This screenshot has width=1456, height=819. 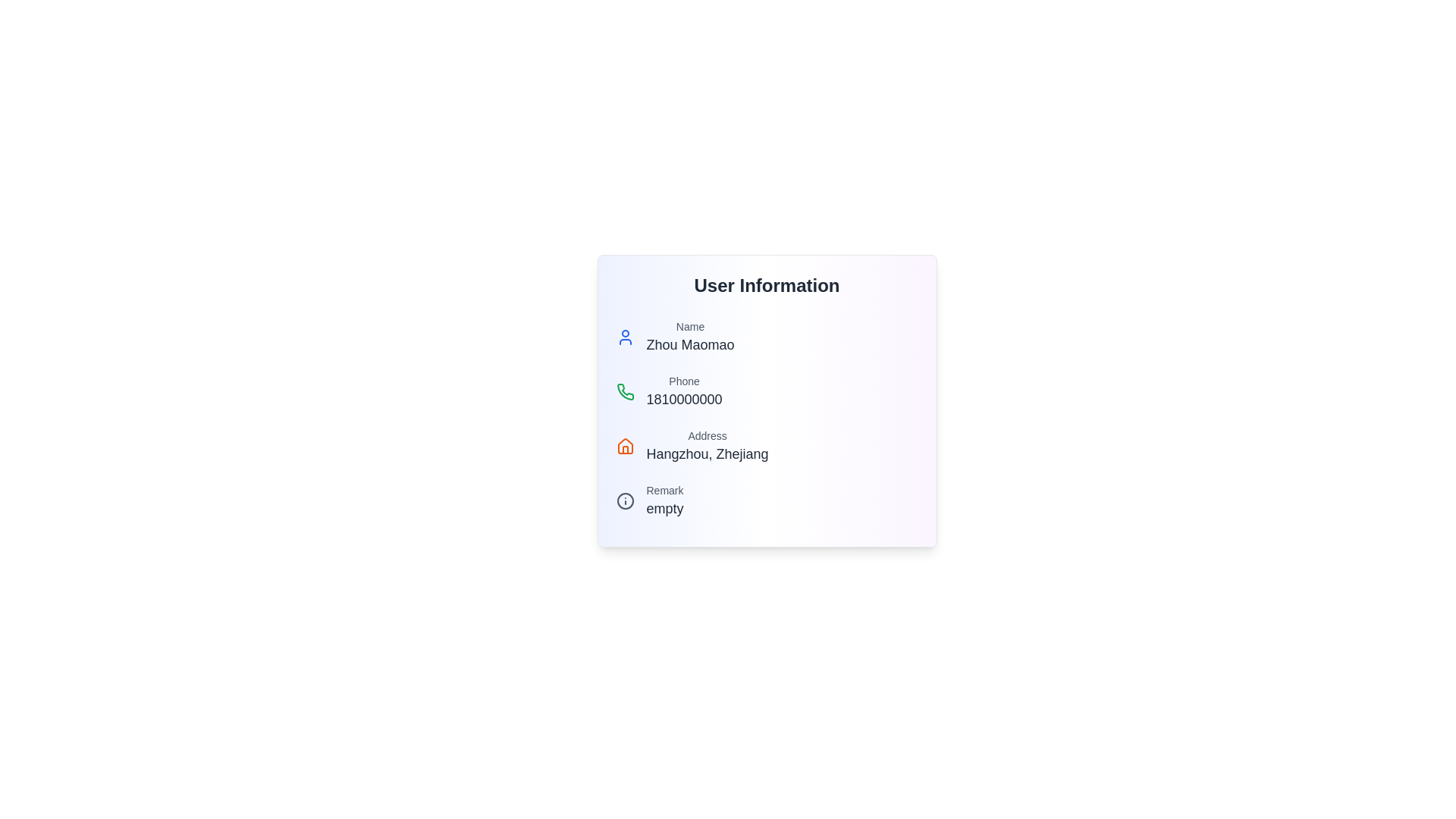 What do you see at coordinates (683, 391) in the screenshot?
I see `on the text display that shows the user's phone number, located below the green phone icon and above the 'Address' field in the 'User Information' panel` at bounding box center [683, 391].